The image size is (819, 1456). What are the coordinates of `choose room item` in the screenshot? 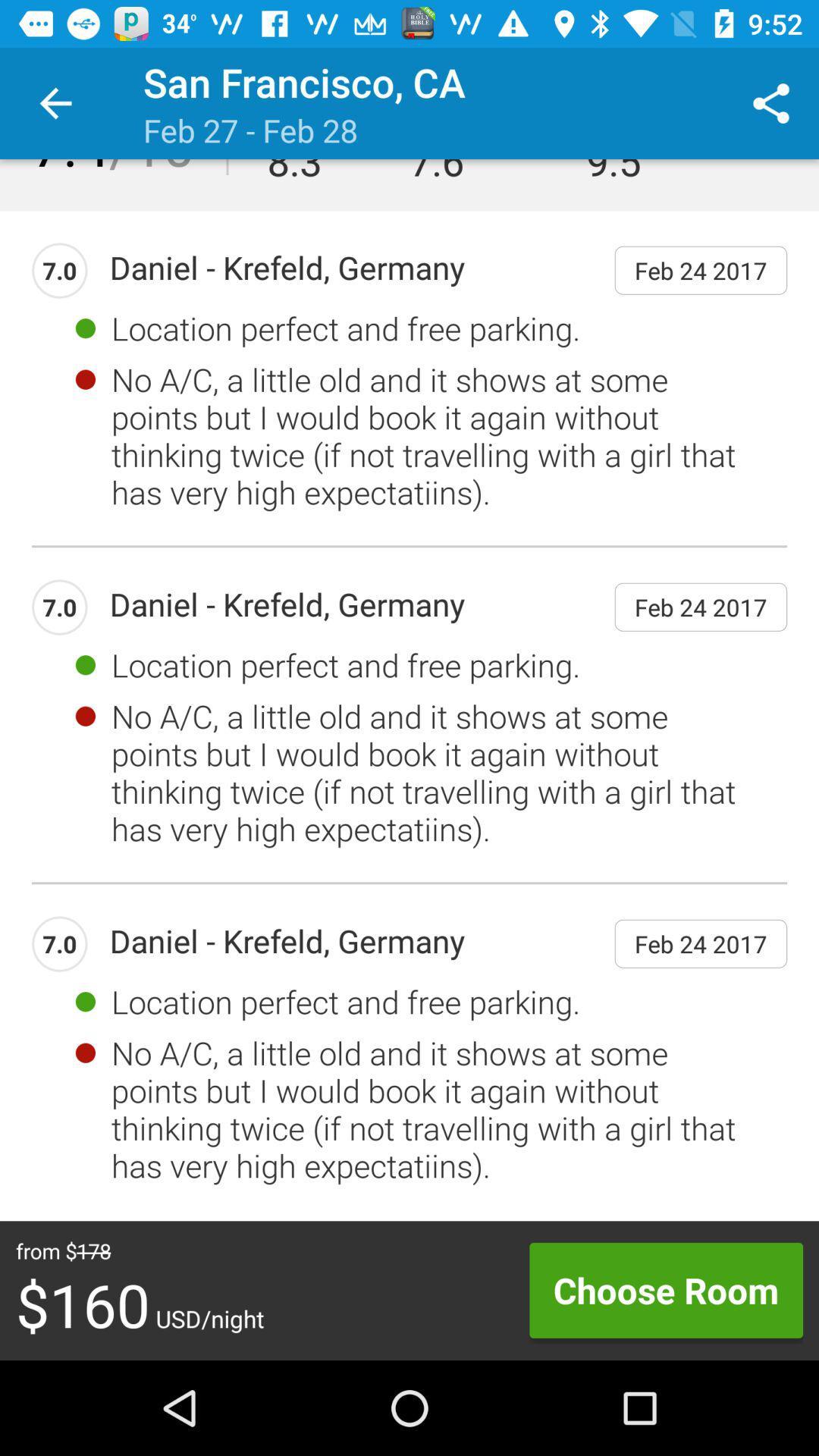 It's located at (665, 1289).